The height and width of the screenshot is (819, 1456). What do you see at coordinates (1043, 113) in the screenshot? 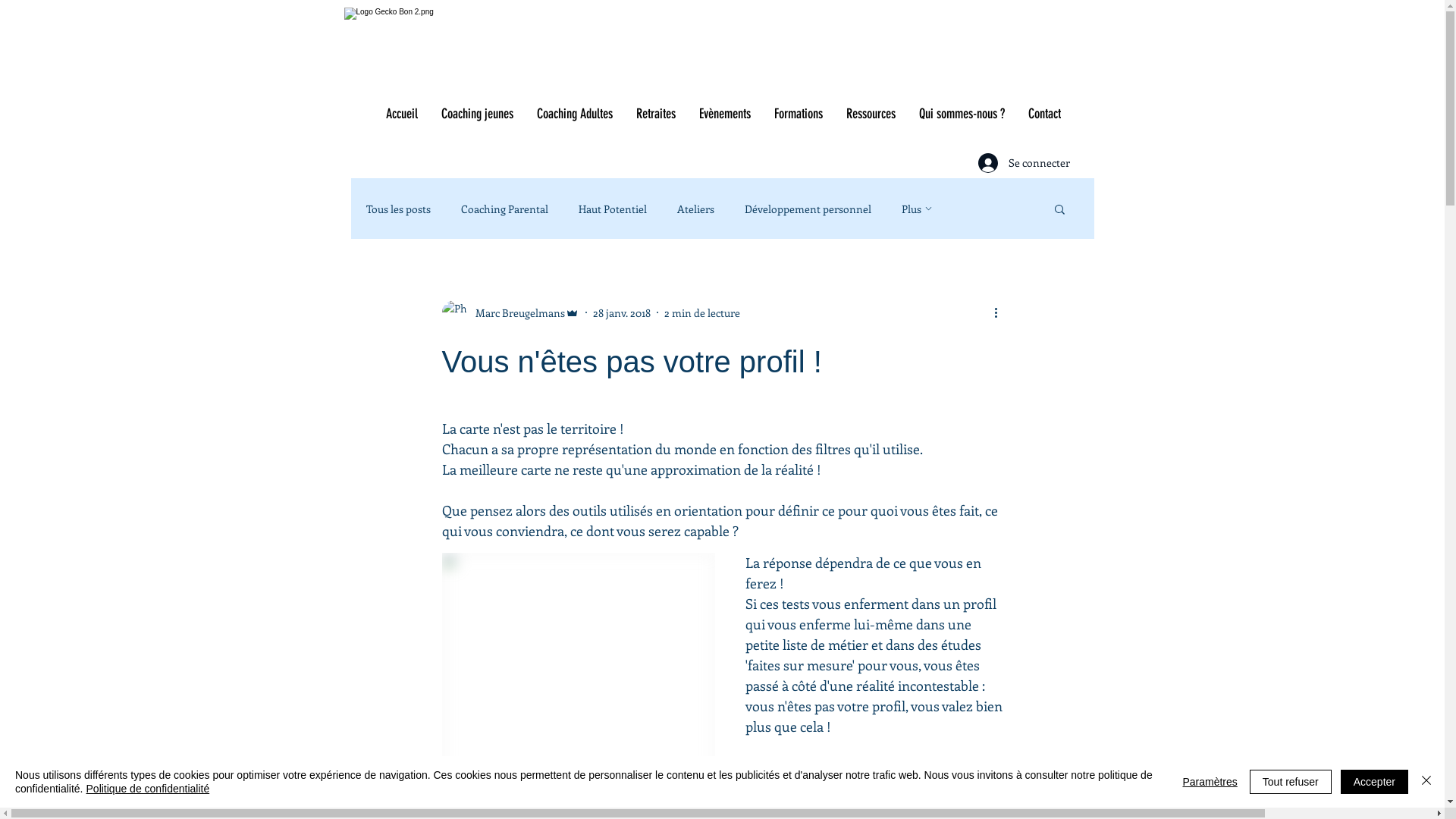
I see `'Contact'` at bounding box center [1043, 113].